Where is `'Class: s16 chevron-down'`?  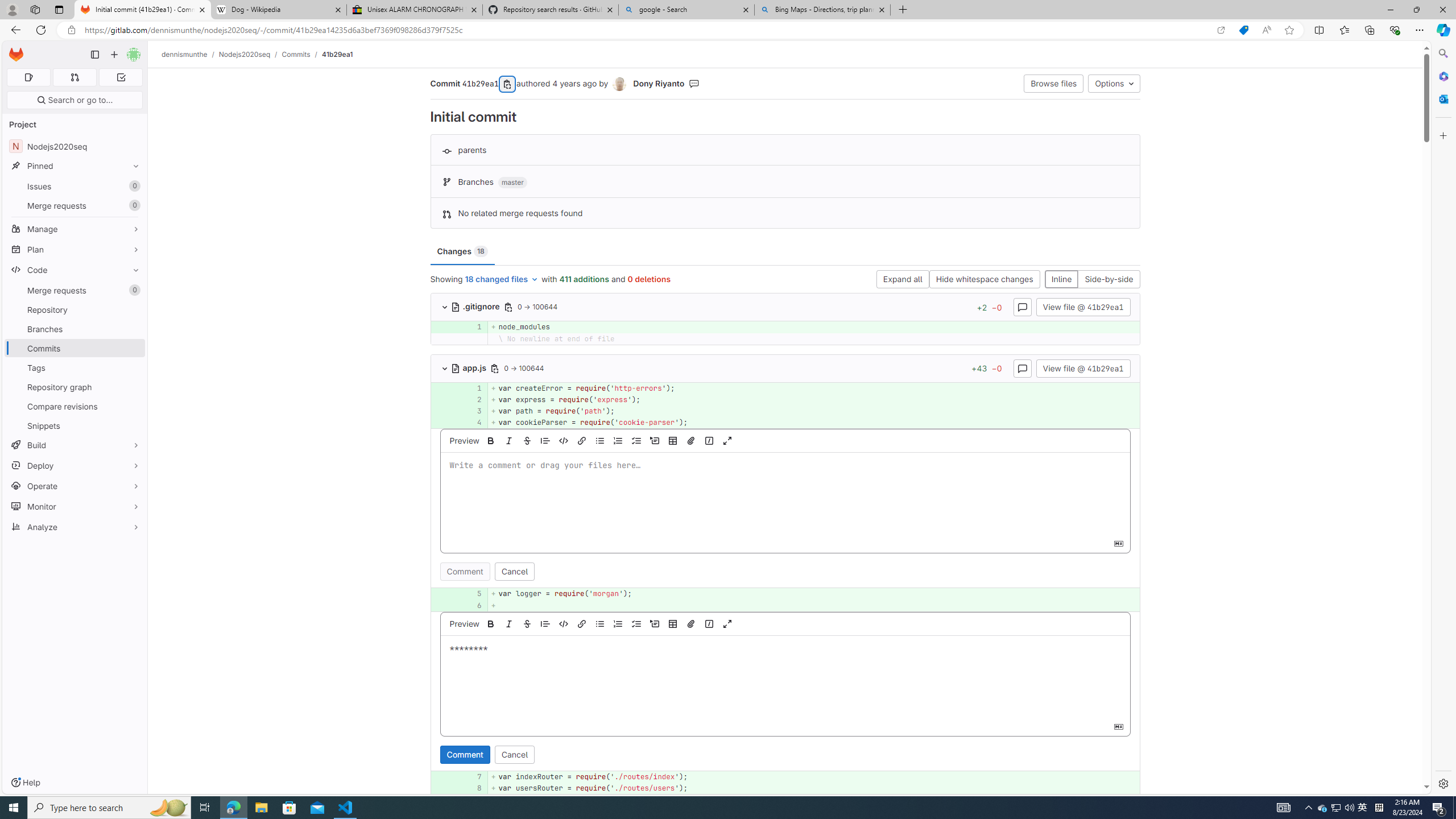 'Class: s16 chevron-down' is located at coordinates (445, 368).